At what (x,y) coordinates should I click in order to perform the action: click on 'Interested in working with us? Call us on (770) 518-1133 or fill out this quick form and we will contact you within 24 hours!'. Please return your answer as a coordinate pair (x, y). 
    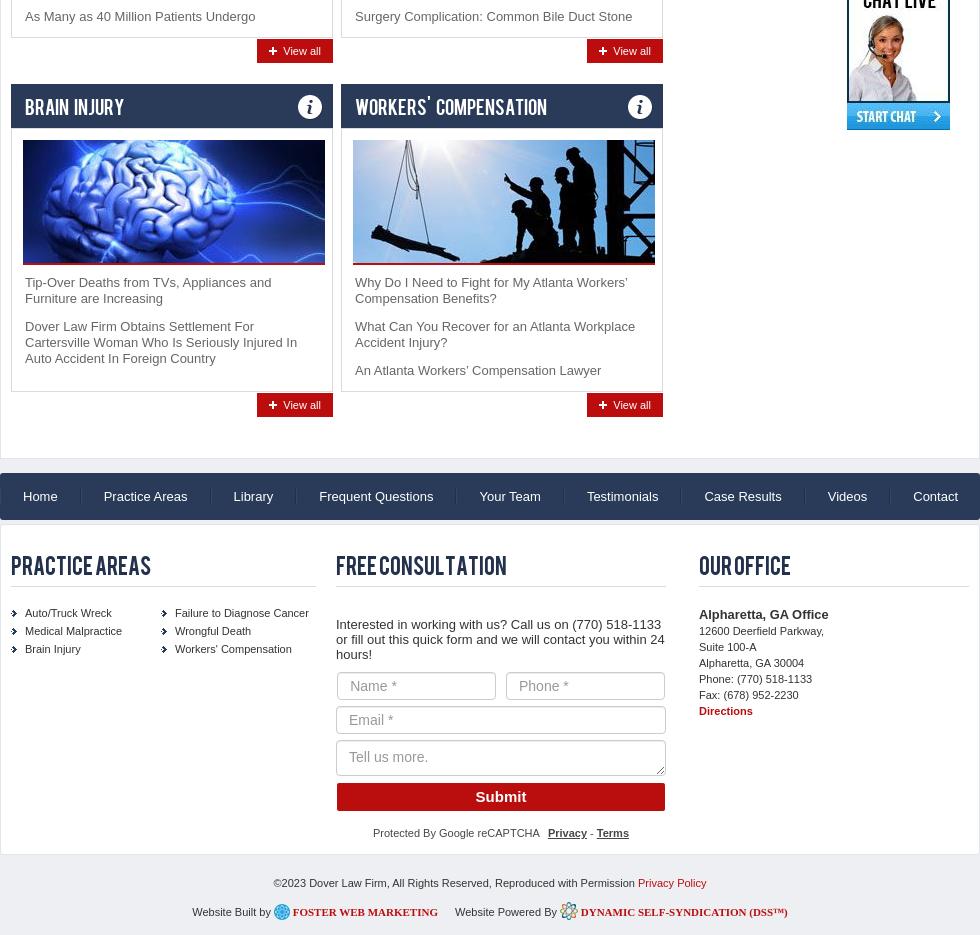
    Looking at the image, I should click on (499, 639).